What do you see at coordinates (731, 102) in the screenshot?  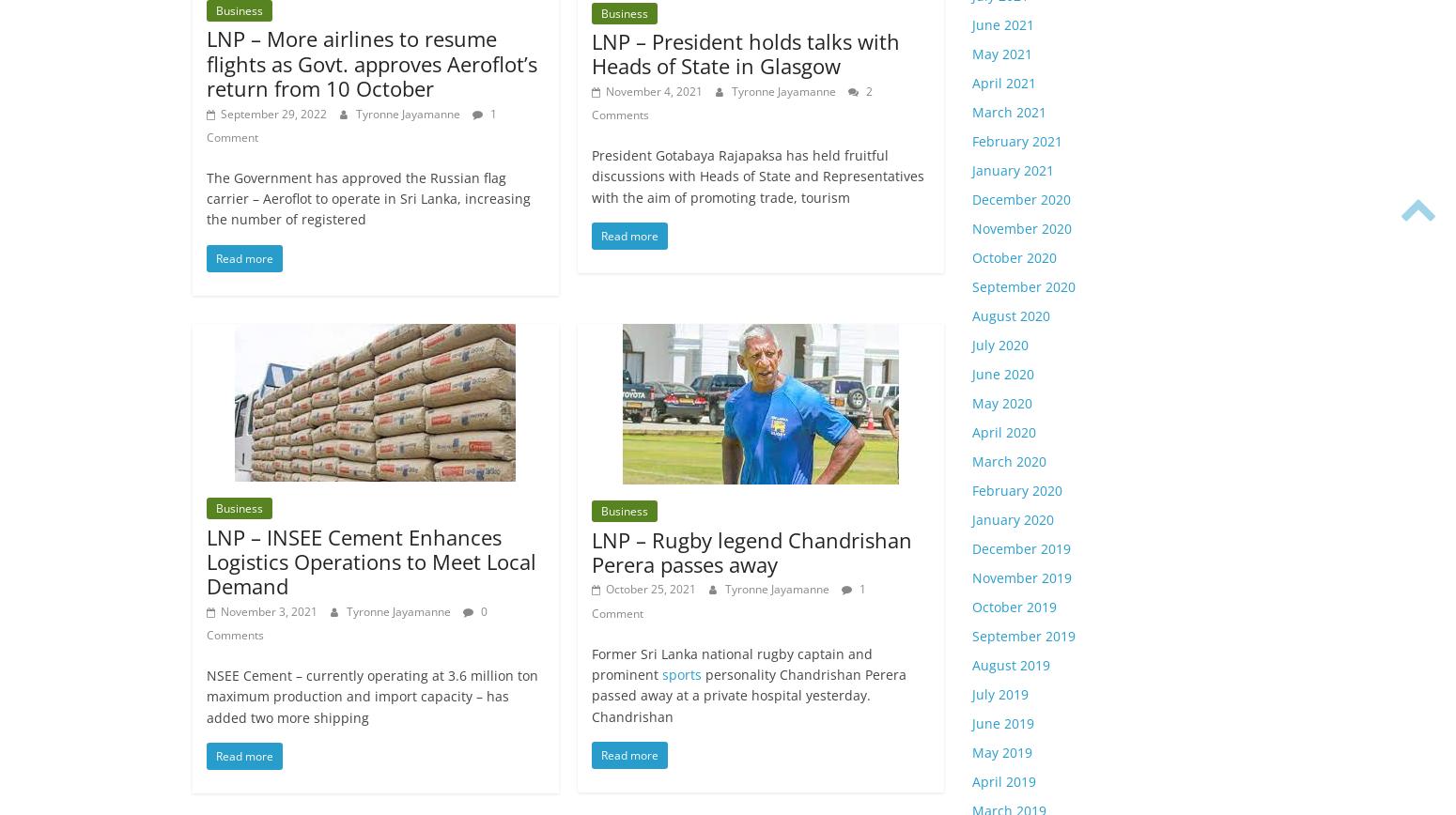 I see `'2 Comments'` at bounding box center [731, 102].